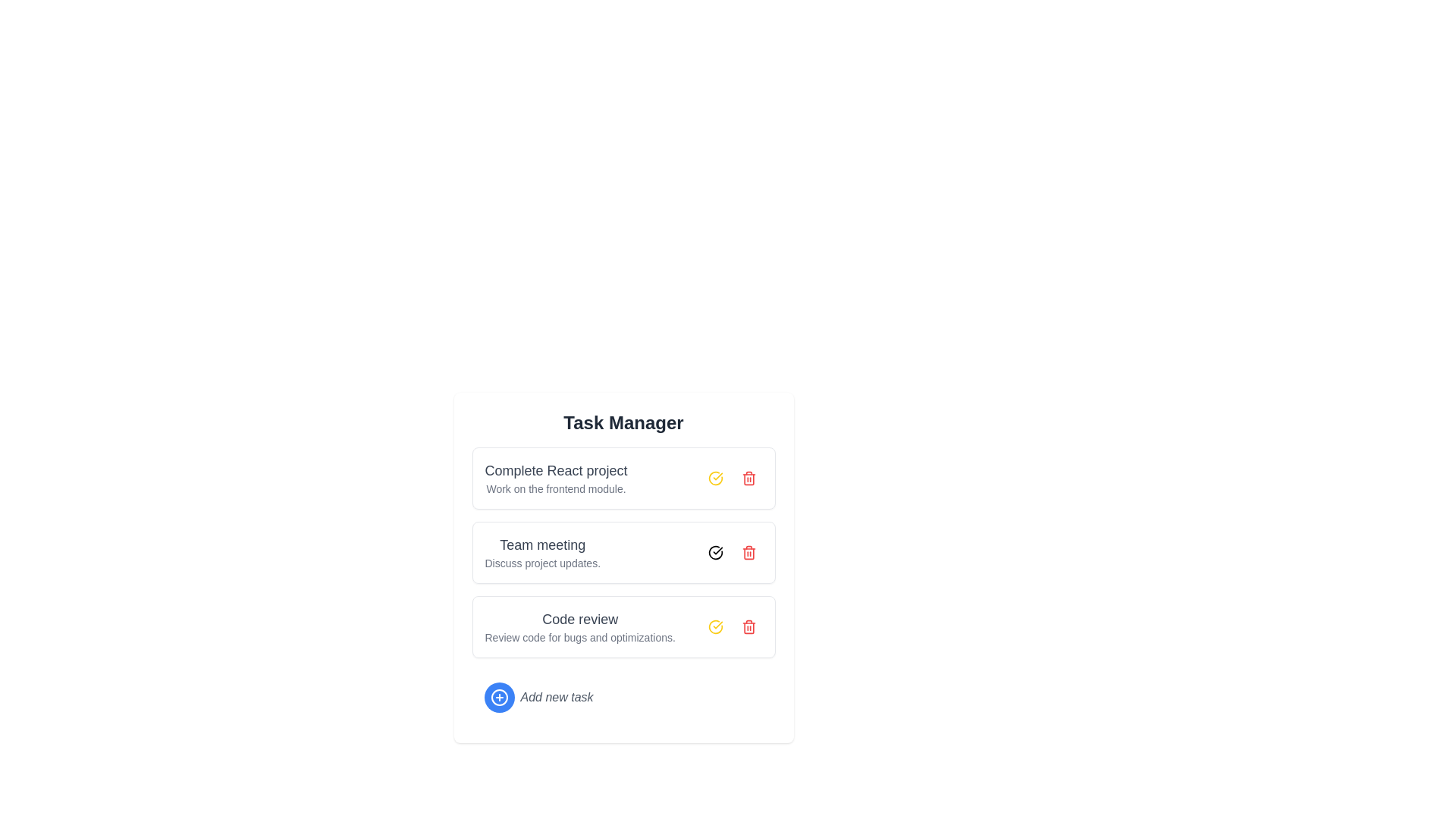  Describe the element at coordinates (714, 553) in the screenshot. I see `the action button located to the right of the 'Team meeting' task entry` at that location.